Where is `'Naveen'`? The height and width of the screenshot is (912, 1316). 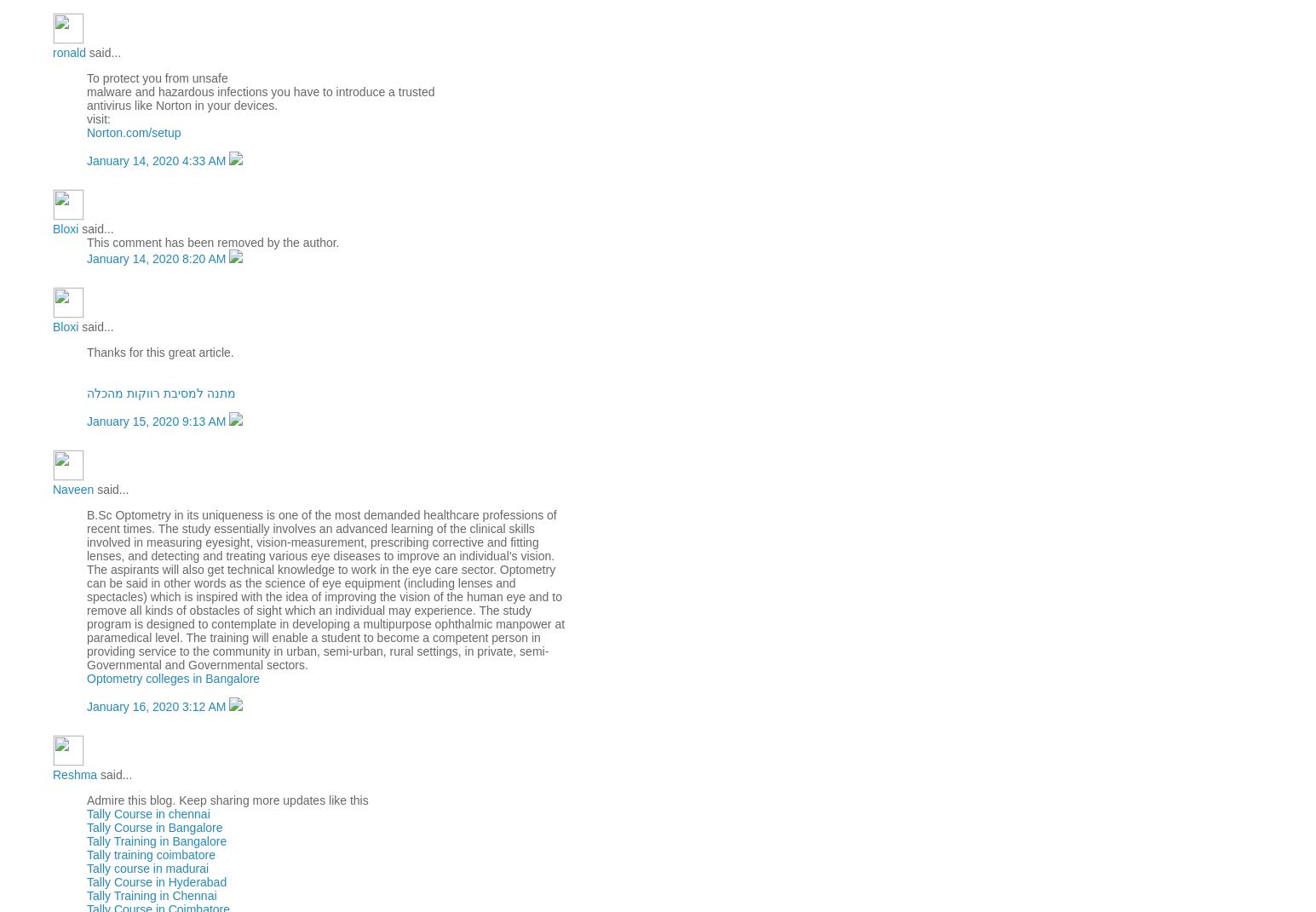 'Naveen' is located at coordinates (72, 488).